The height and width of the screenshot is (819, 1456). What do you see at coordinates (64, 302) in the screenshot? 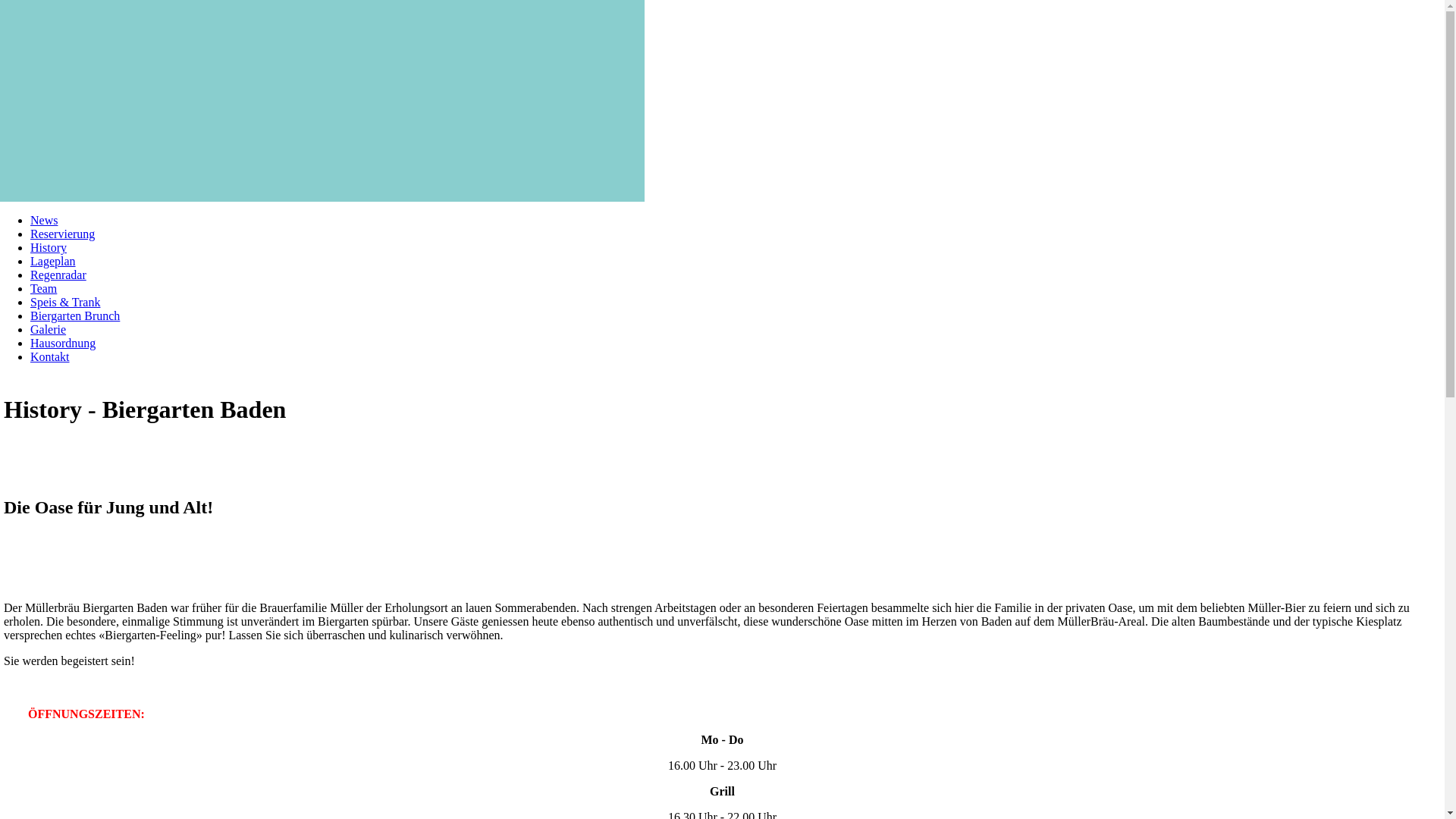
I see `'Speis & Trank'` at bounding box center [64, 302].